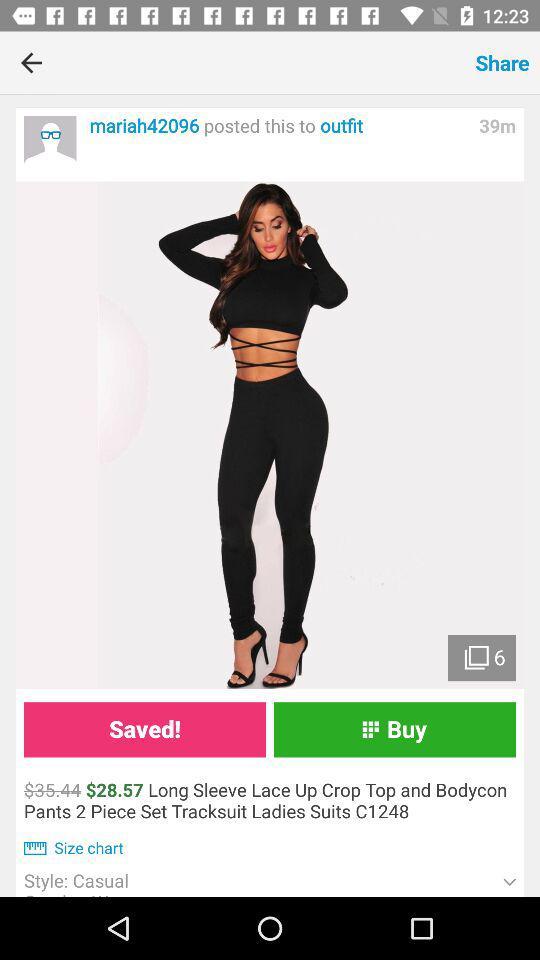 This screenshot has height=960, width=540. I want to click on the share button to the top right corner, so click(501, 62).